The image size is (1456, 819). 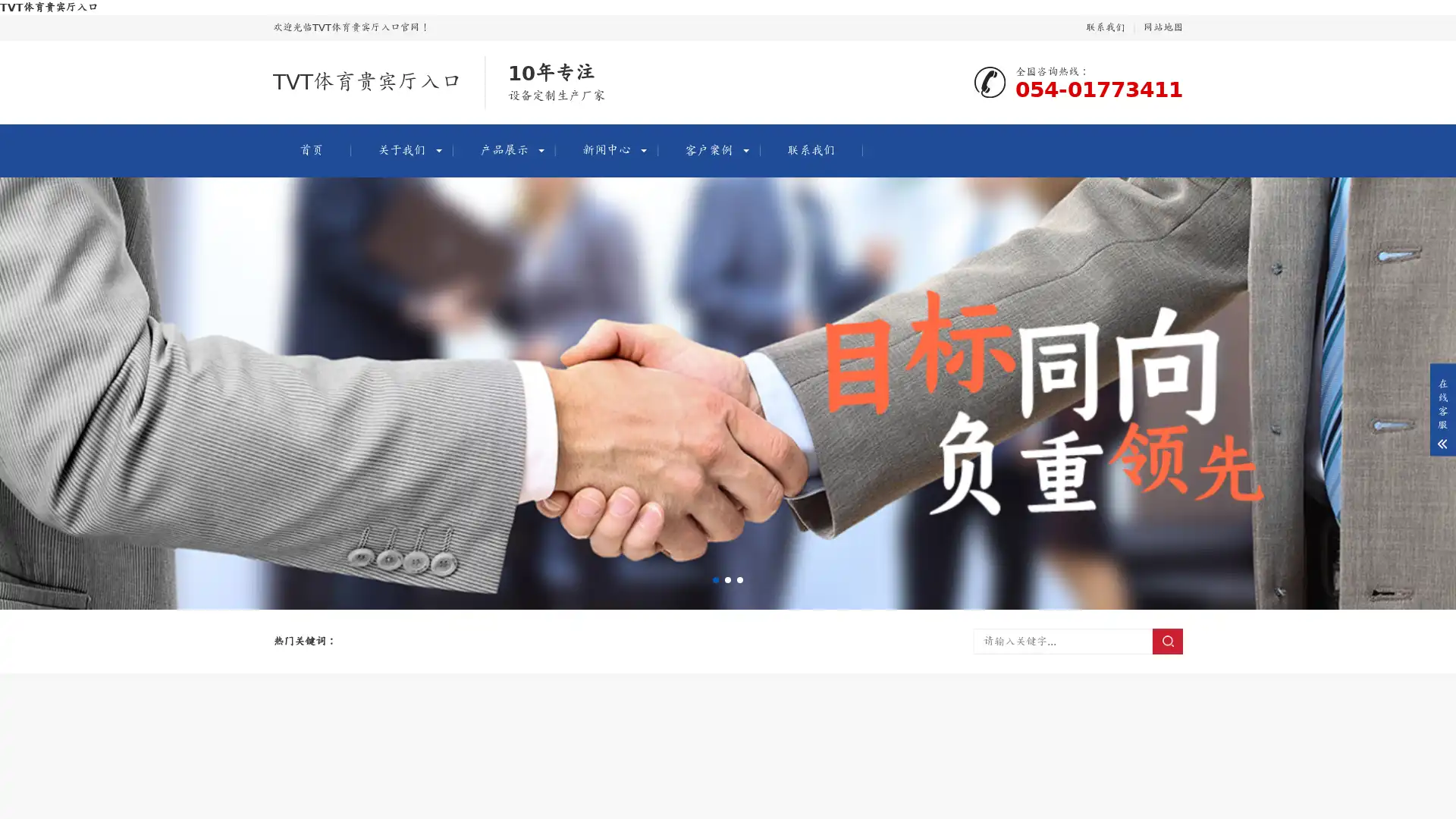 I want to click on Go to slide 2, so click(x=728, y=579).